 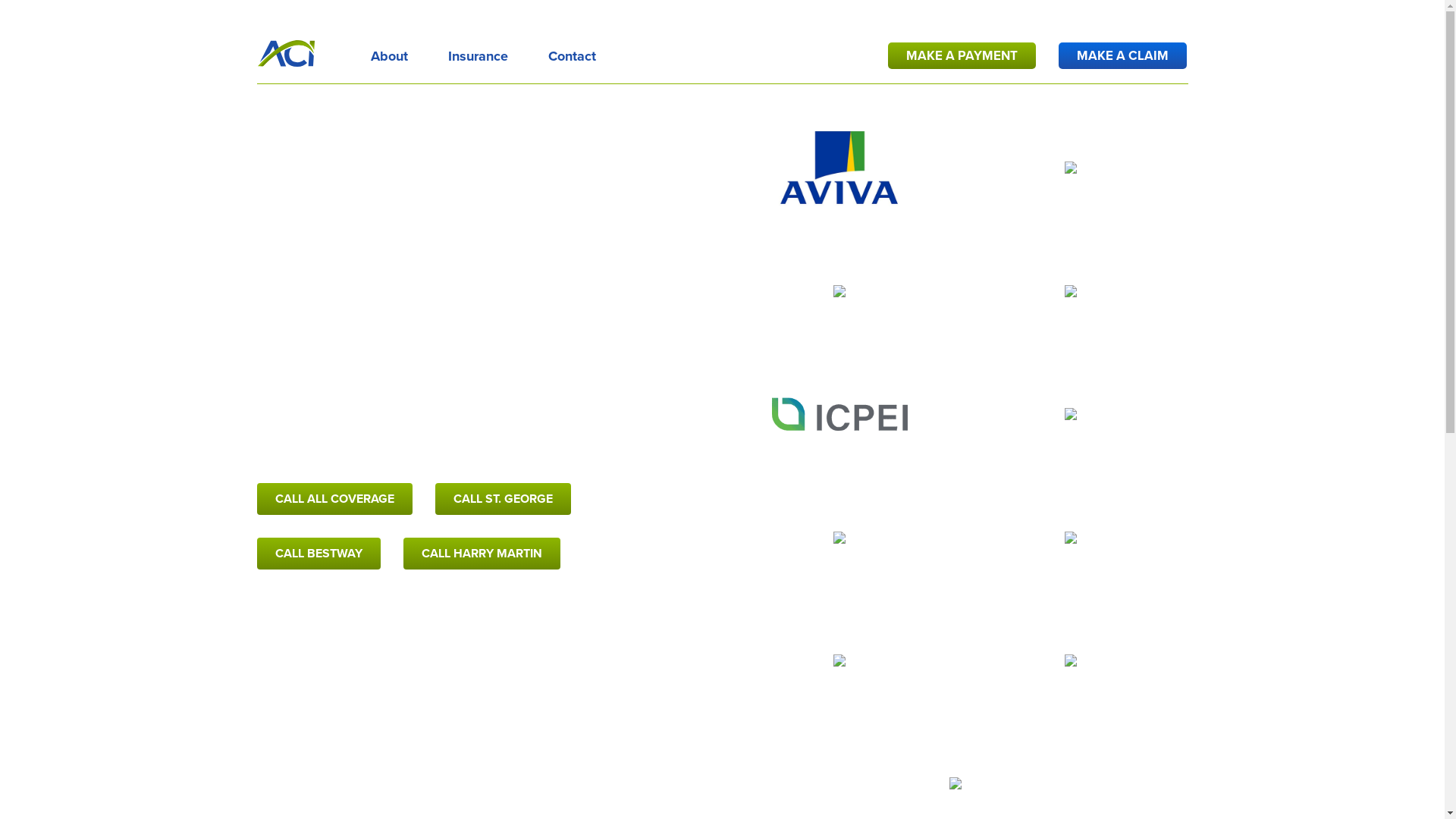 What do you see at coordinates (286, 52) in the screenshot?
I see `'NAV-logo'` at bounding box center [286, 52].